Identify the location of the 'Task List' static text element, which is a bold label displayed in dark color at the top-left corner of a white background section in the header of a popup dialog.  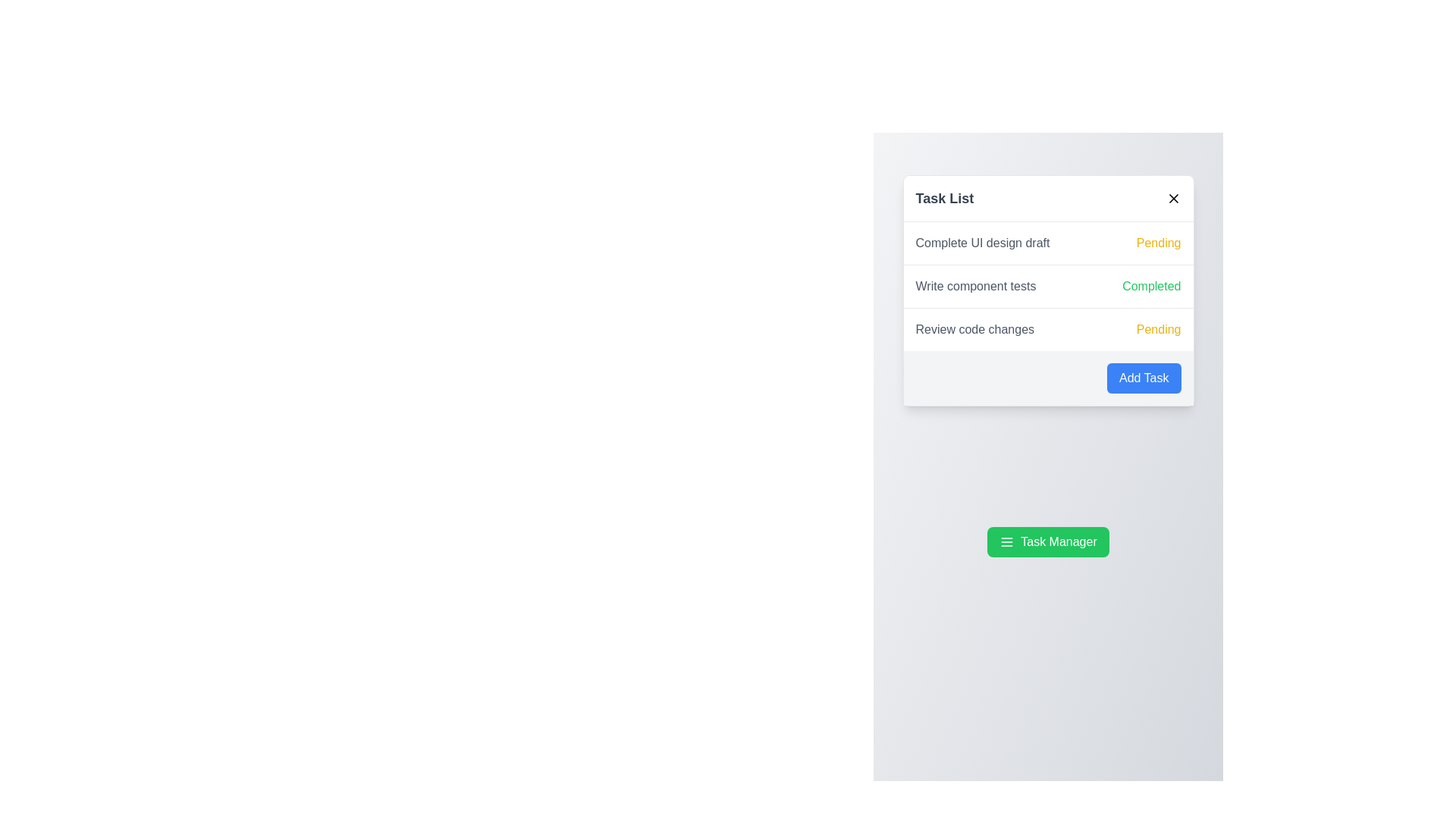
(943, 198).